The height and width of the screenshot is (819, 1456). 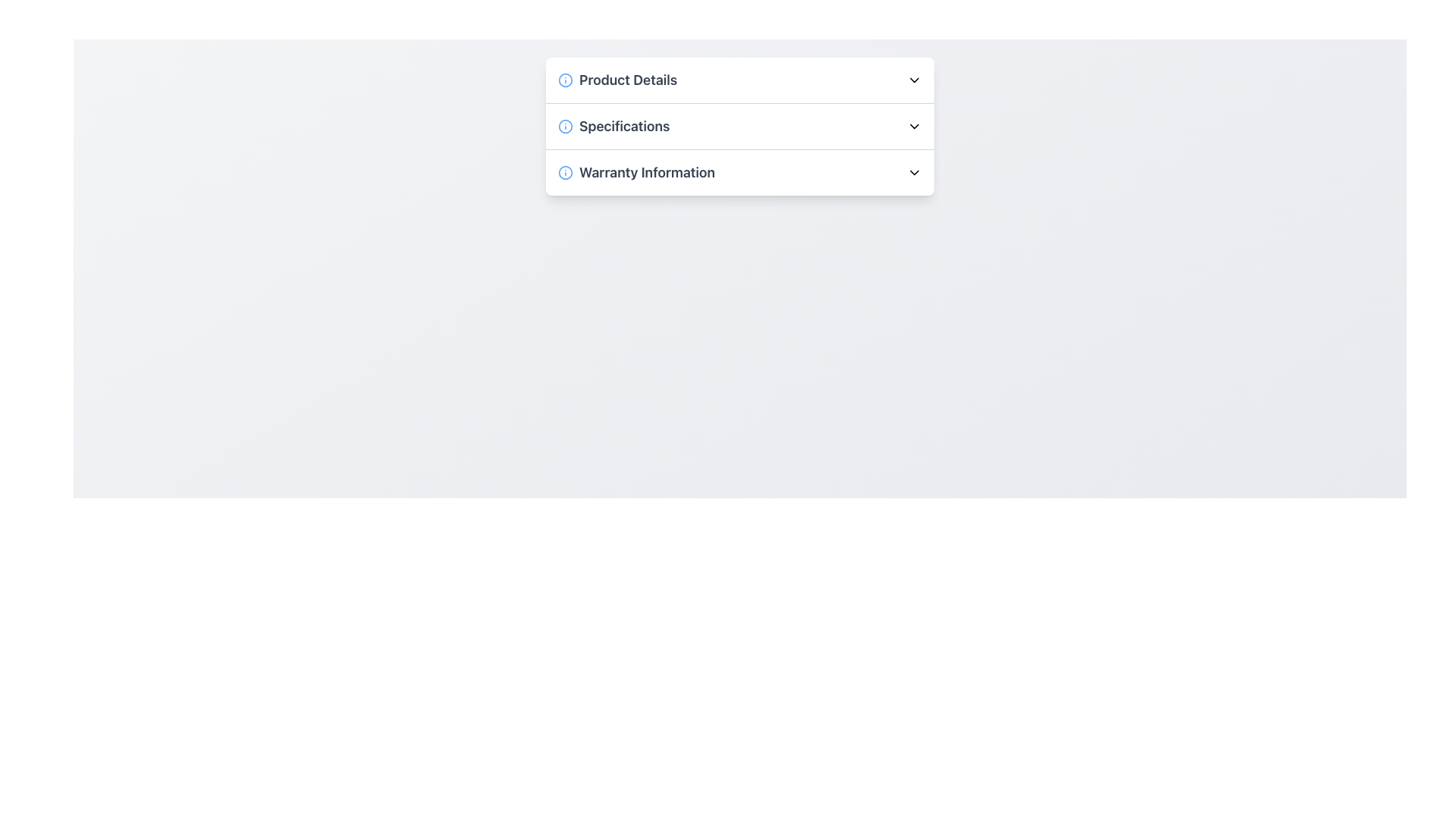 I want to click on the downward-pointing chevron icon, which serves as the dropdown indicator for the 'Product Details' header row, so click(x=913, y=80).